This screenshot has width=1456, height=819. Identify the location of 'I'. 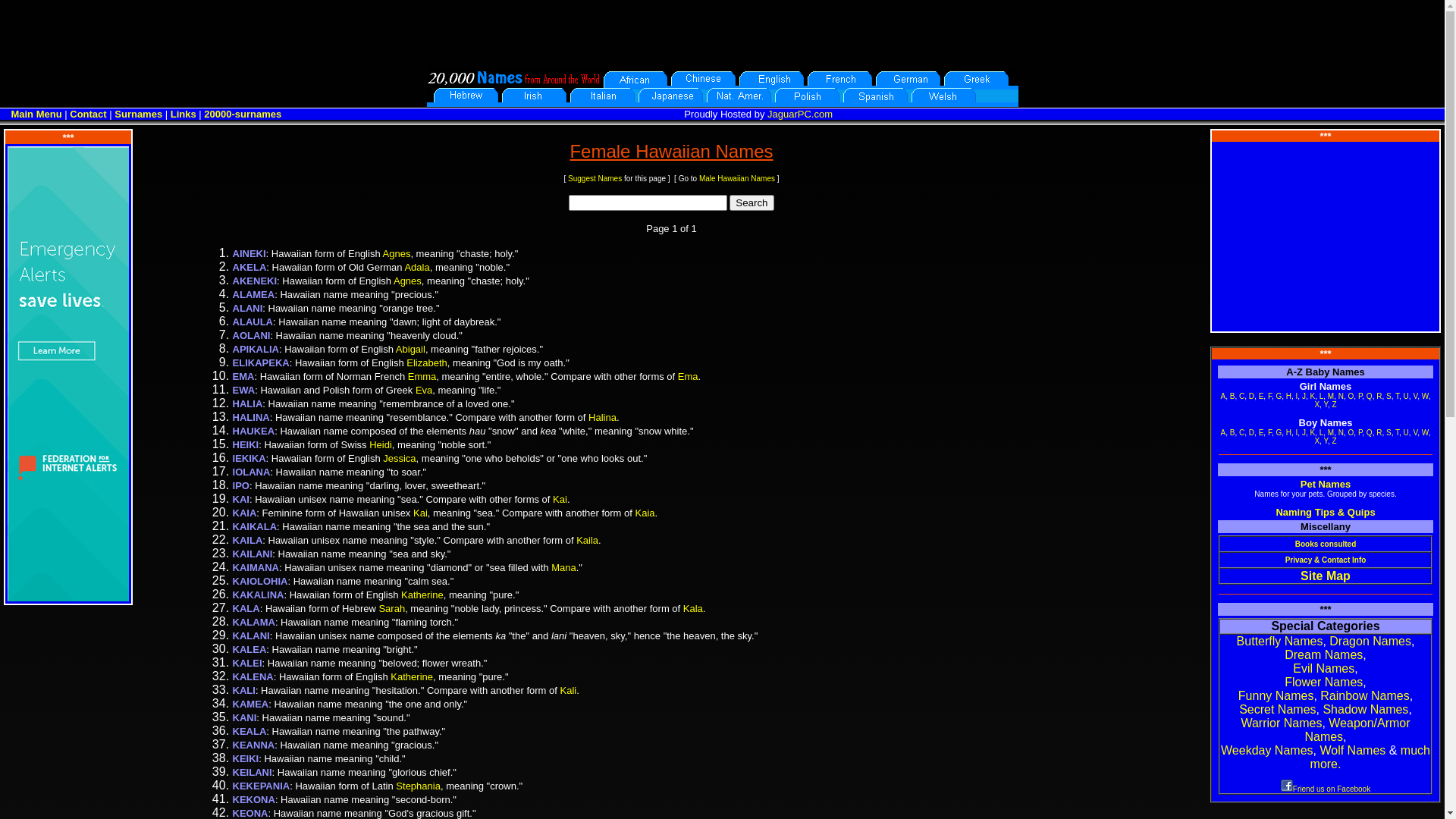
(1296, 432).